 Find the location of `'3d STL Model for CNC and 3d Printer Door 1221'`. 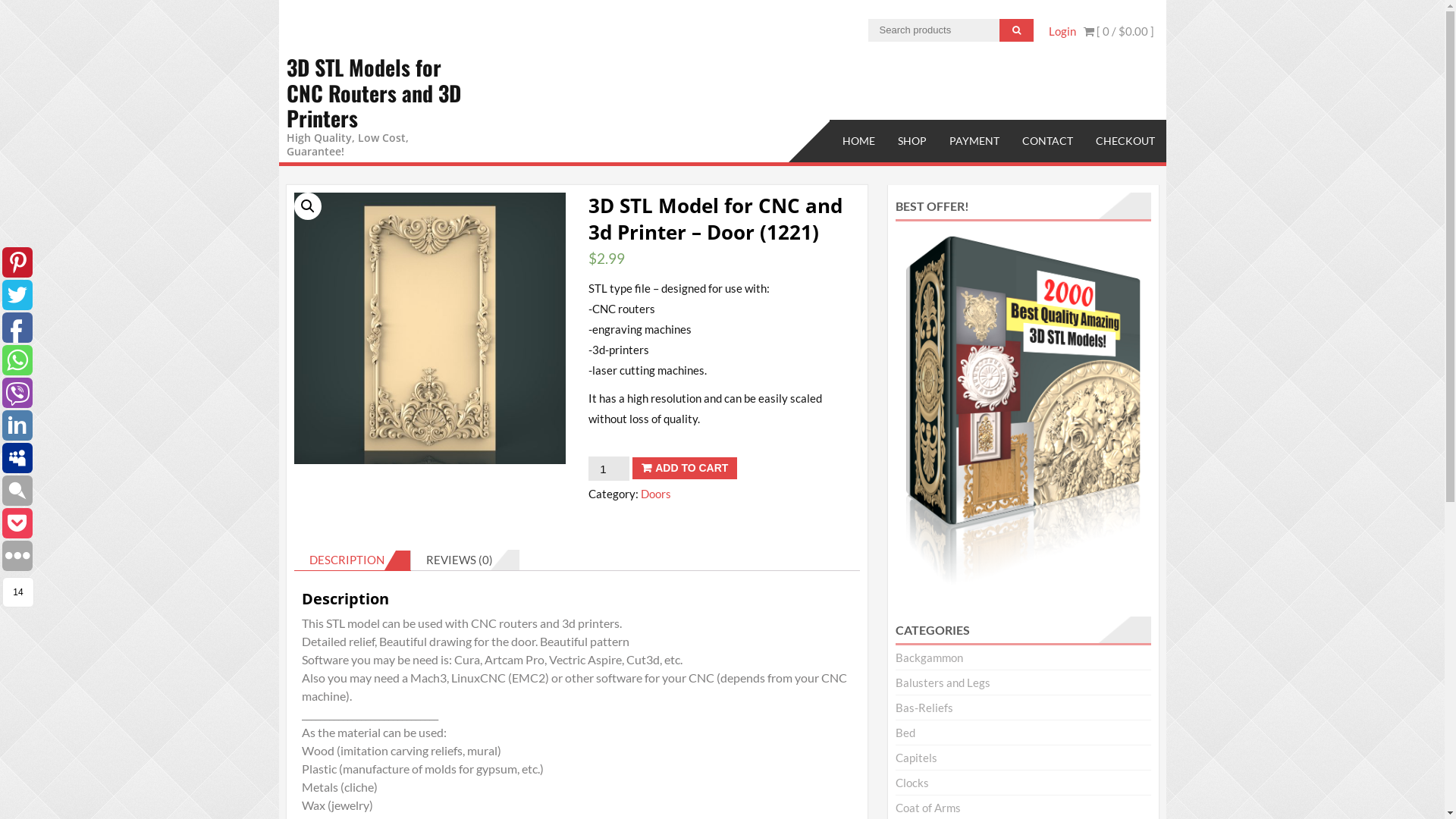

'3d STL Model for CNC and 3d Printer Door 1221' is located at coordinates (428, 327).